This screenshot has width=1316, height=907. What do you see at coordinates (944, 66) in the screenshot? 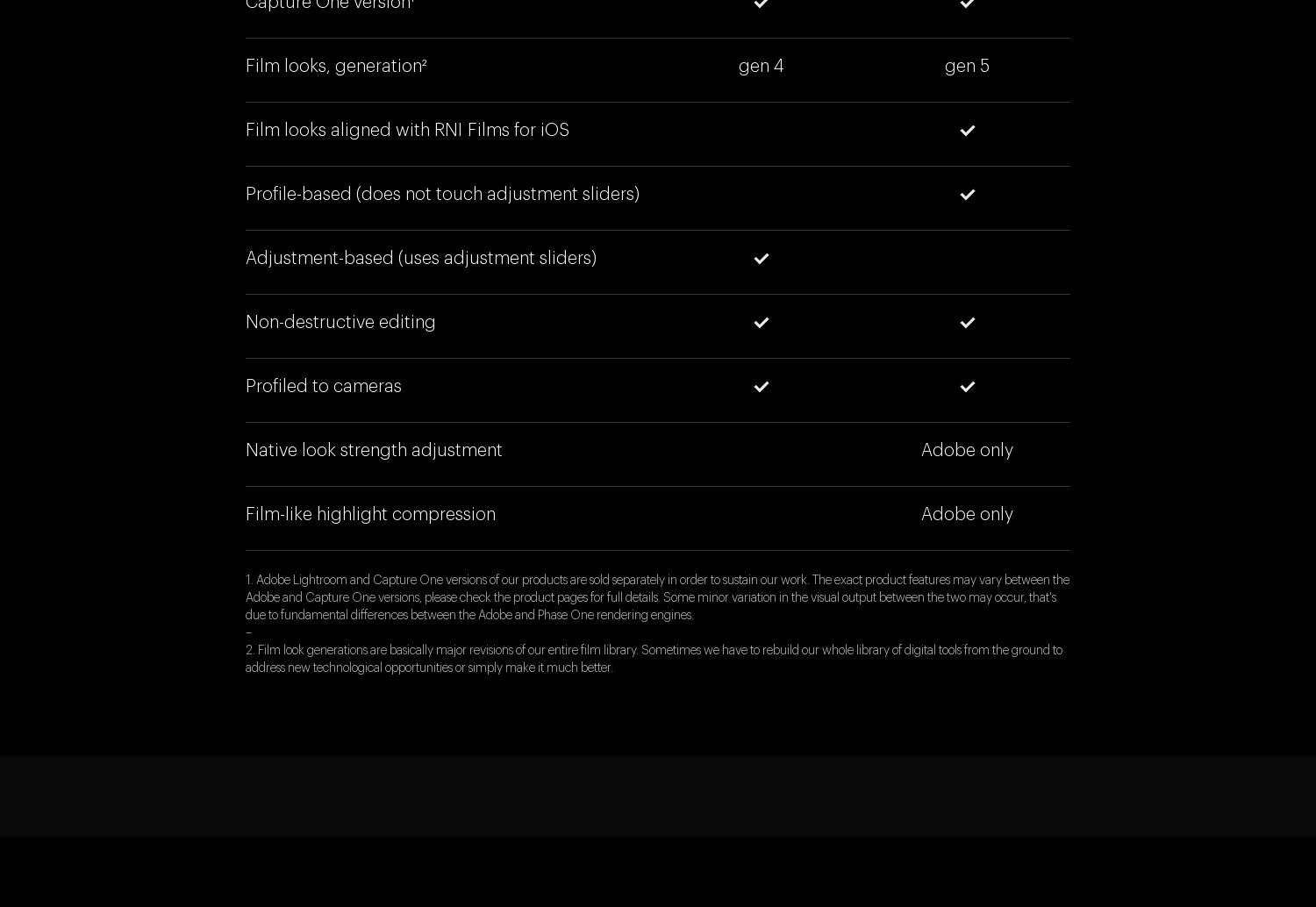
I see `'gen 5'` at bounding box center [944, 66].